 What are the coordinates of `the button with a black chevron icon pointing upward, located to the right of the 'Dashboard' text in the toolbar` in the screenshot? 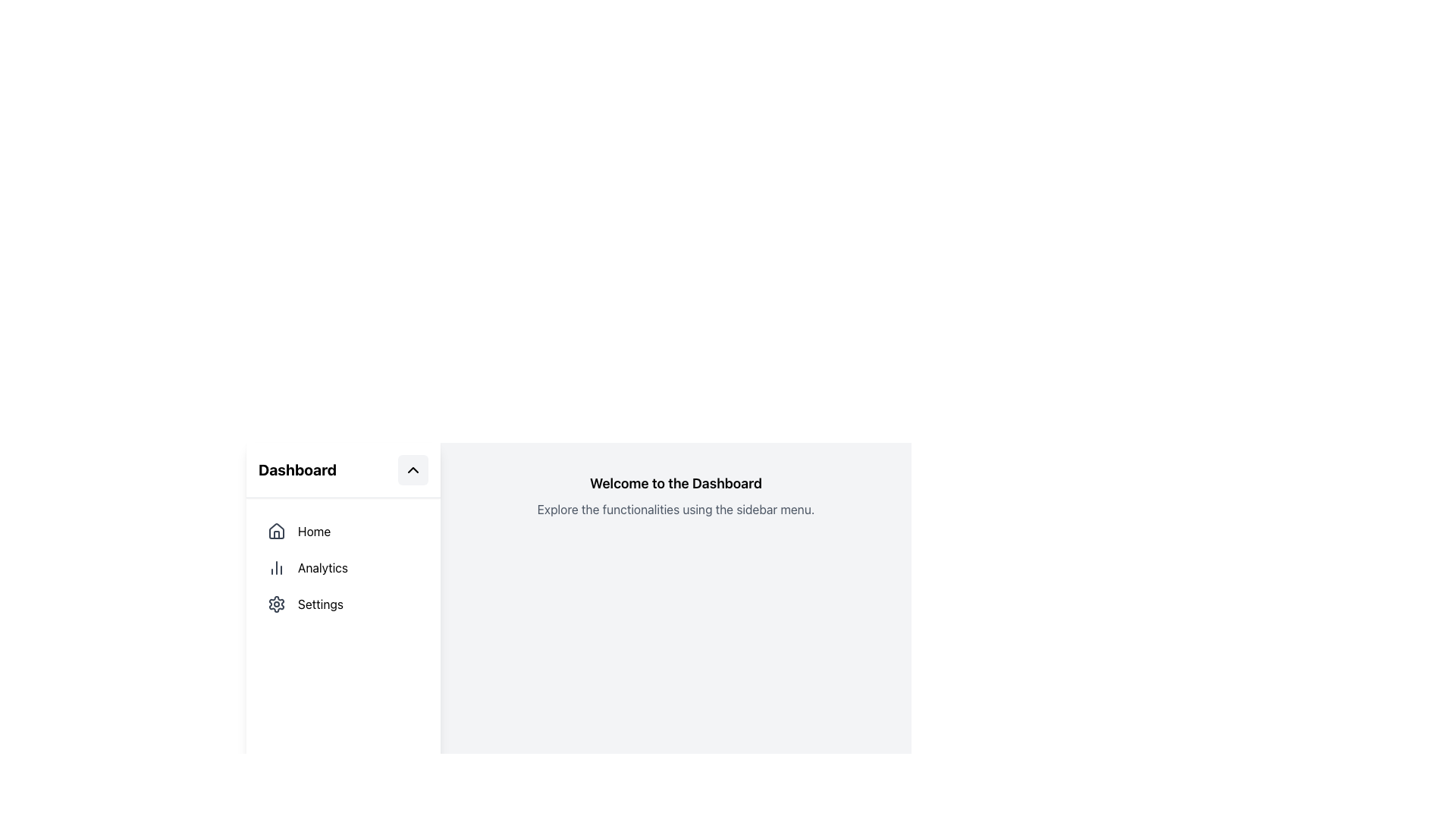 It's located at (413, 469).